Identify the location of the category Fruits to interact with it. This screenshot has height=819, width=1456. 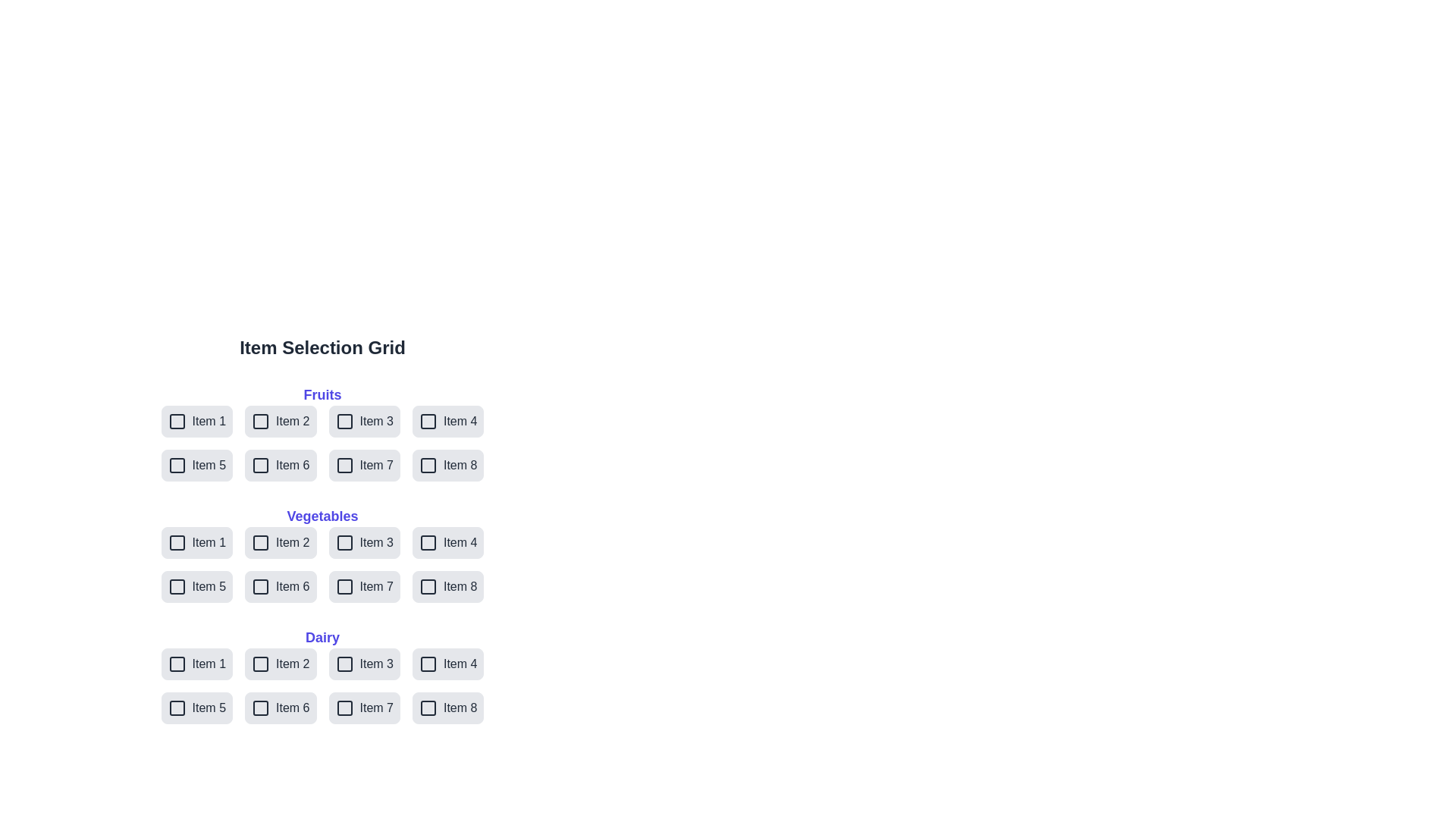
(322, 394).